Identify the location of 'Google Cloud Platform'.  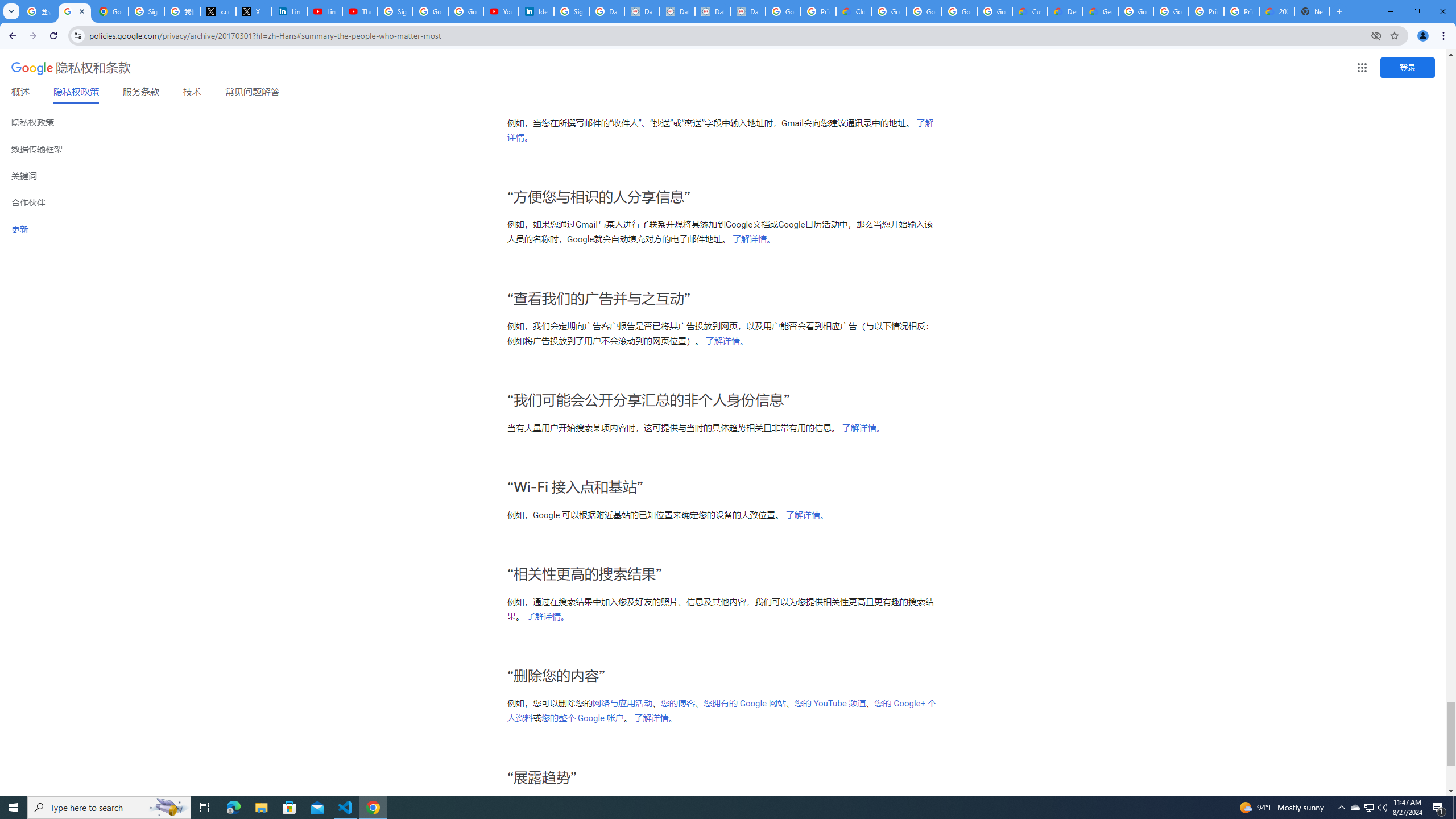
(1170, 11).